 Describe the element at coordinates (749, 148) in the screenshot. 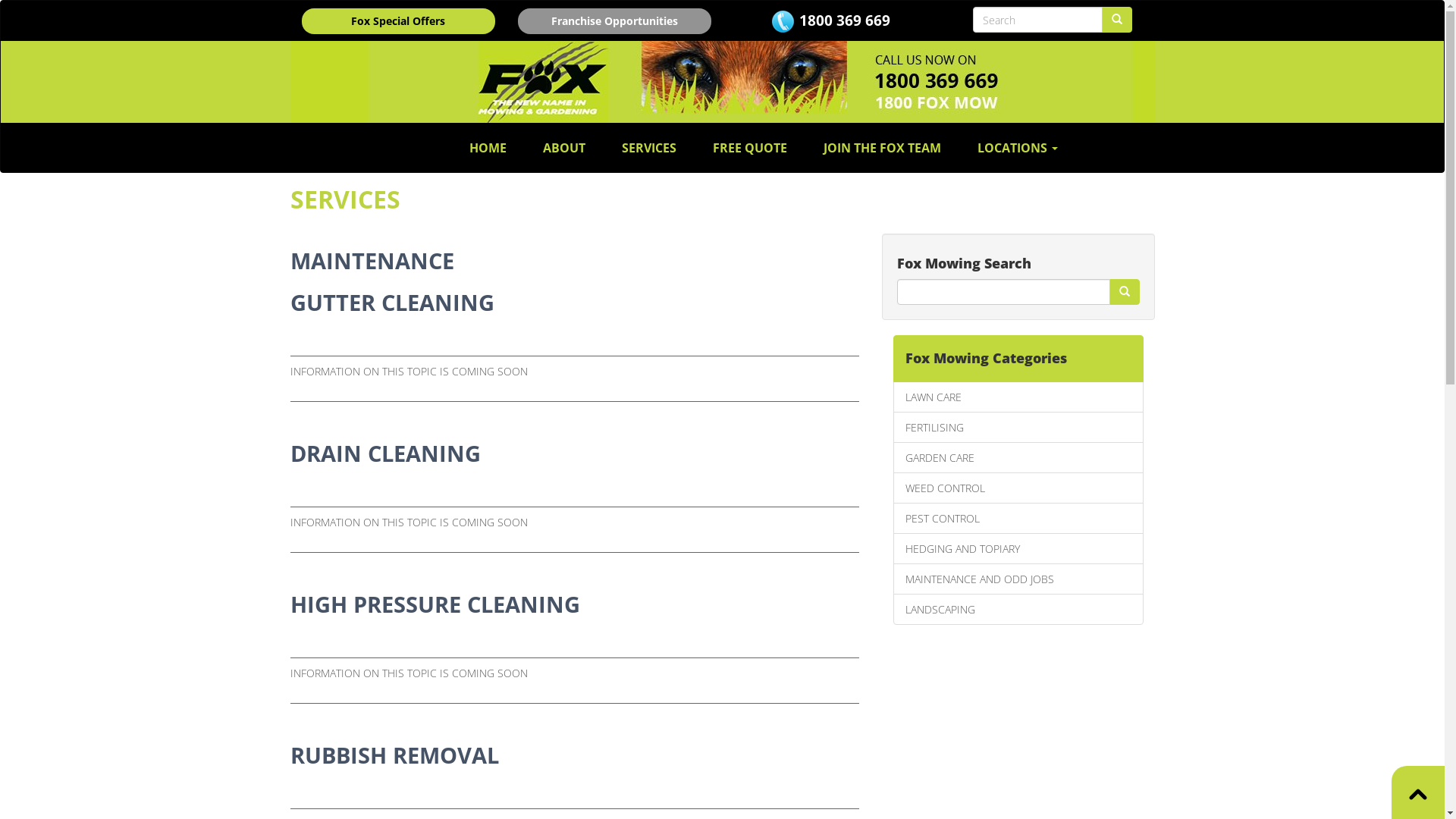

I see `'FREE QUOTE'` at that location.